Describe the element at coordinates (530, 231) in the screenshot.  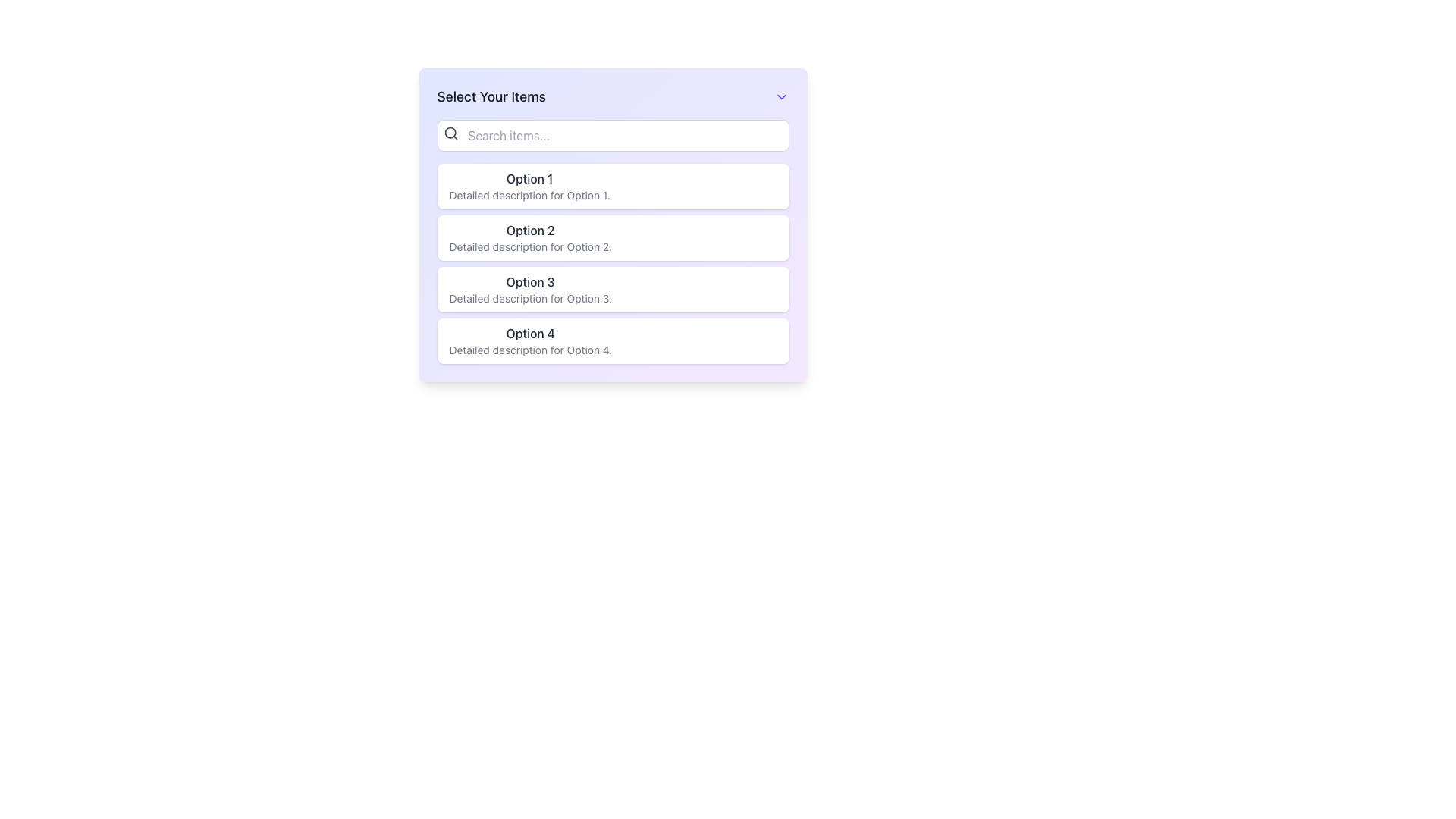
I see `text from the Text Label displaying 'Option 2', which is styled with medium font weight and gray color, indicating its importance as part of a group of options` at that location.